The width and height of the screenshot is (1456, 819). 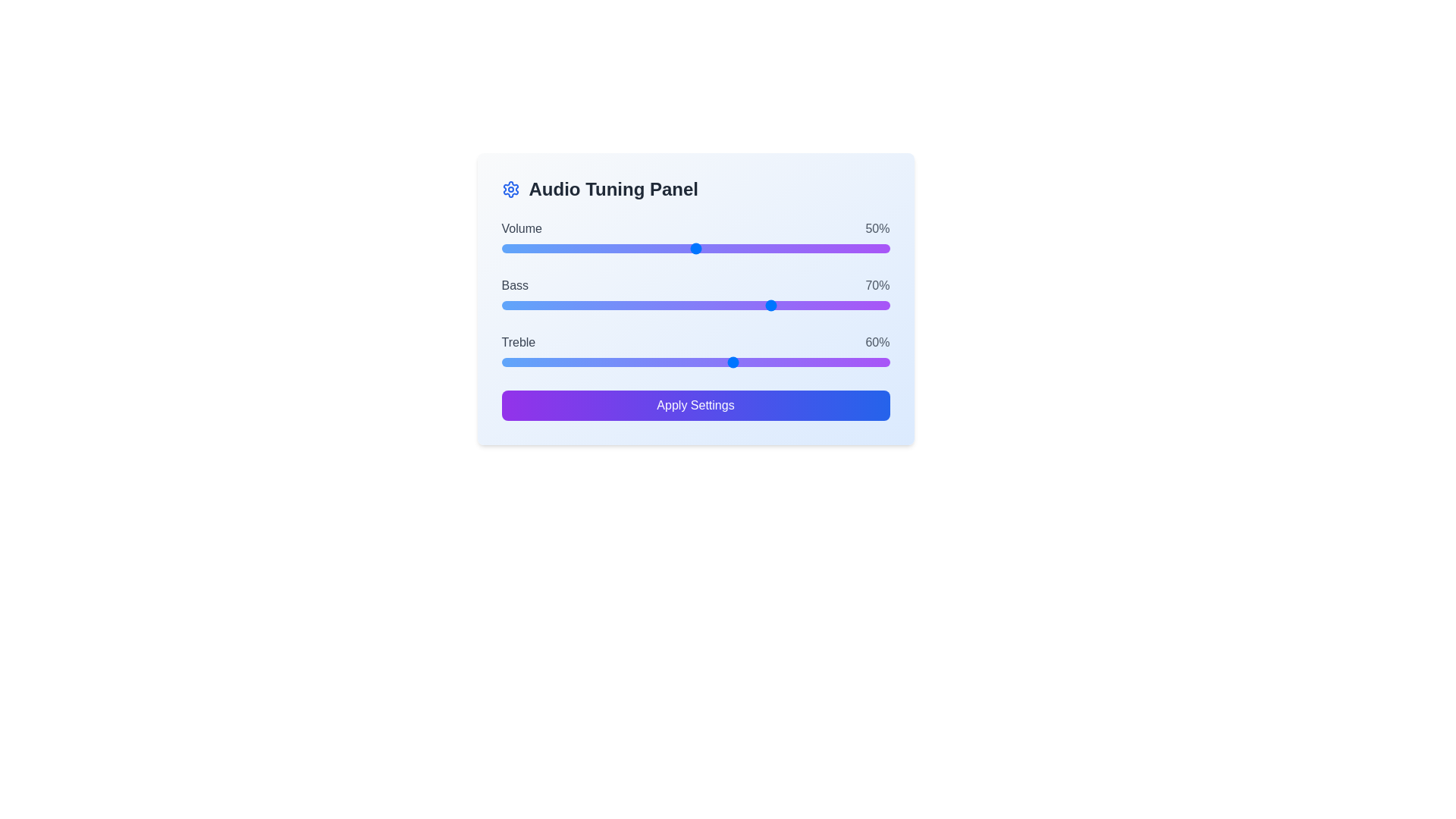 What do you see at coordinates (532, 305) in the screenshot?
I see `the bass level` at bounding box center [532, 305].